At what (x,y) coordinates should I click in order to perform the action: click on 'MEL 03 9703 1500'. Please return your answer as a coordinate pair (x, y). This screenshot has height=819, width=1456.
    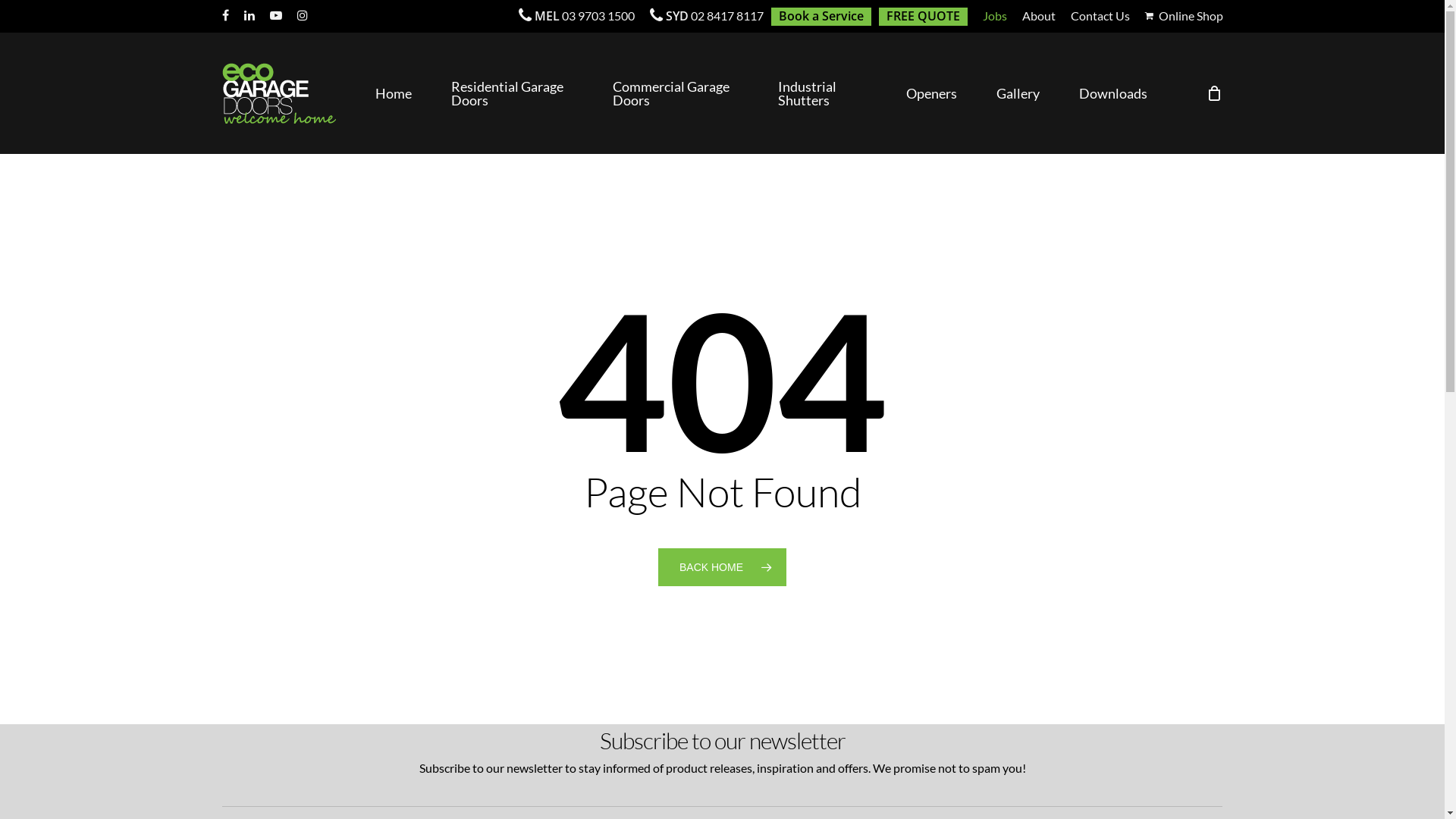
    Looking at the image, I should click on (576, 17).